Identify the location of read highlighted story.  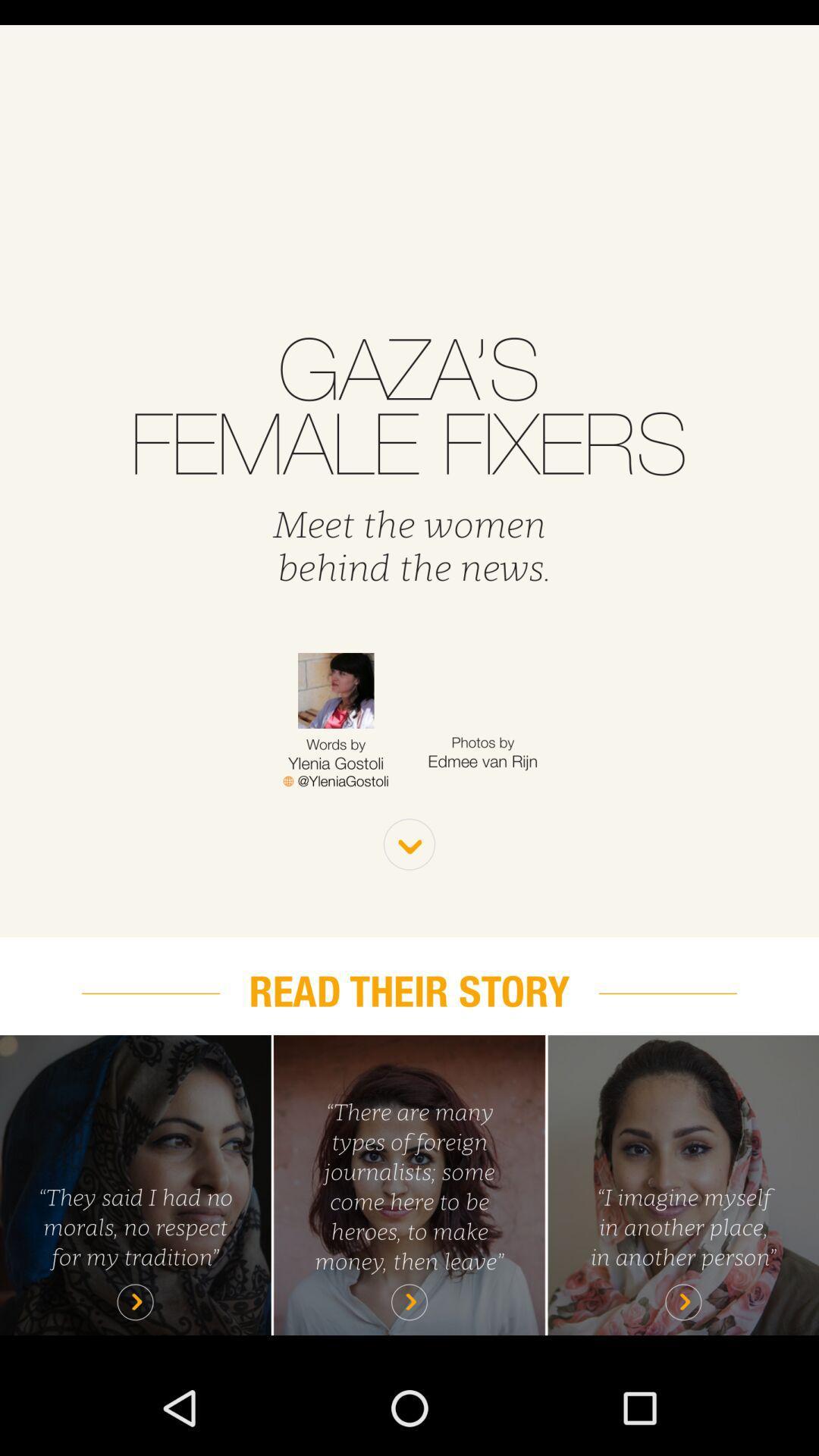
(409, 1184).